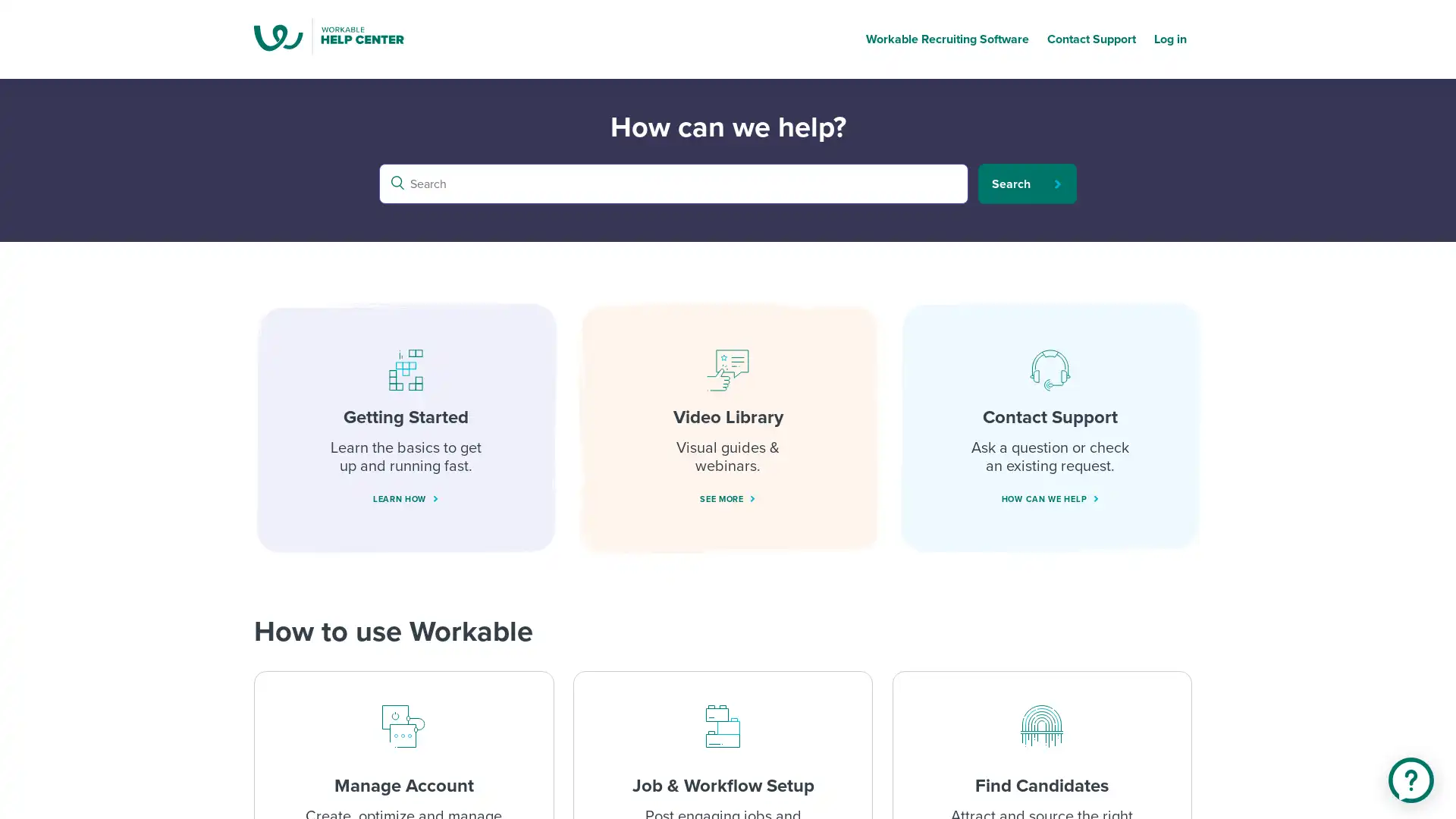  Describe the element at coordinates (1027, 183) in the screenshot. I see `Search` at that location.